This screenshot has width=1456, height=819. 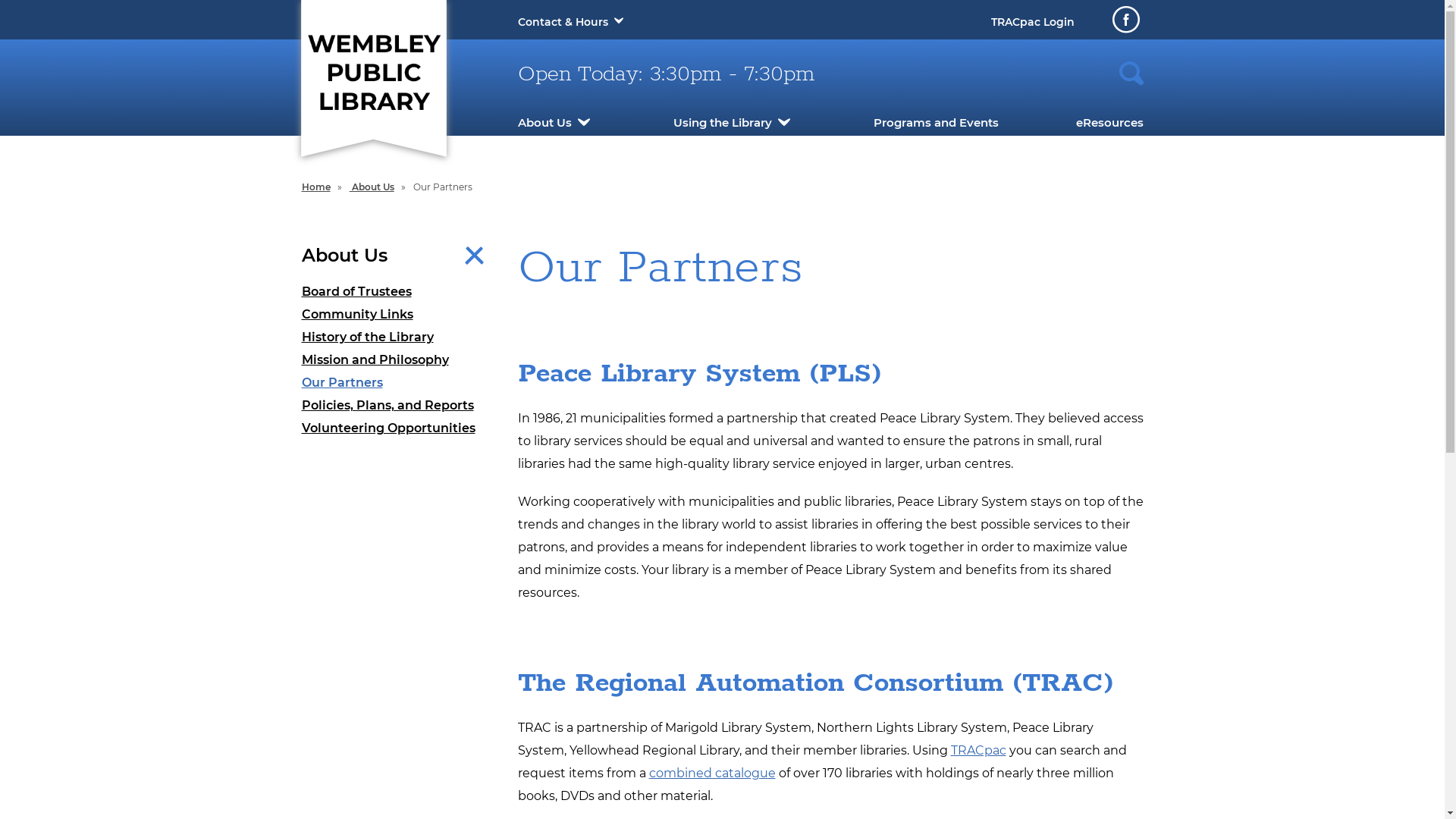 What do you see at coordinates (372, 70) in the screenshot?
I see `'Wembley Public Library'` at bounding box center [372, 70].